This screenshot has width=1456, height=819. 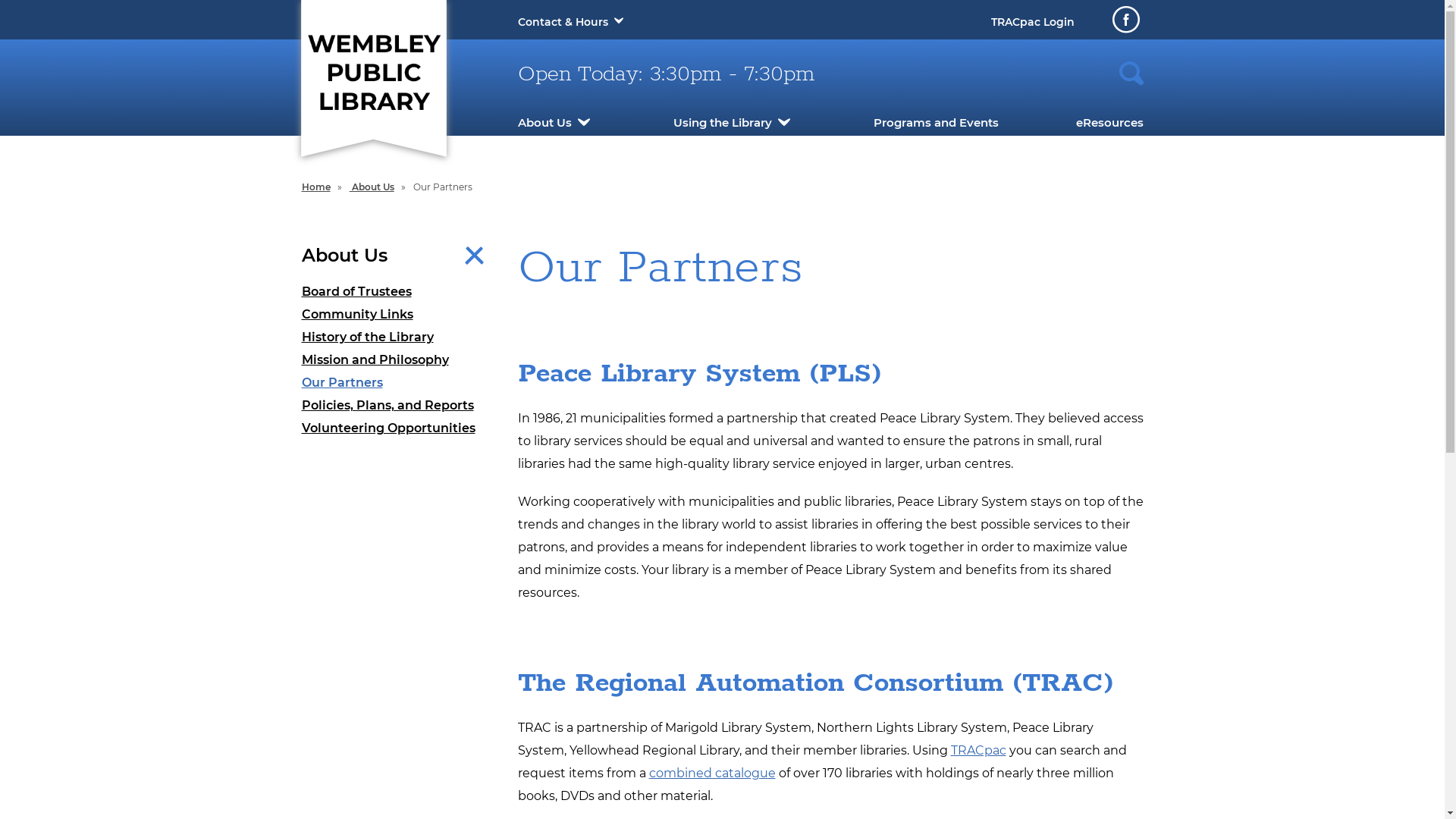 What do you see at coordinates (372, 70) in the screenshot?
I see `'Wembley Public Library'` at bounding box center [372, 70].